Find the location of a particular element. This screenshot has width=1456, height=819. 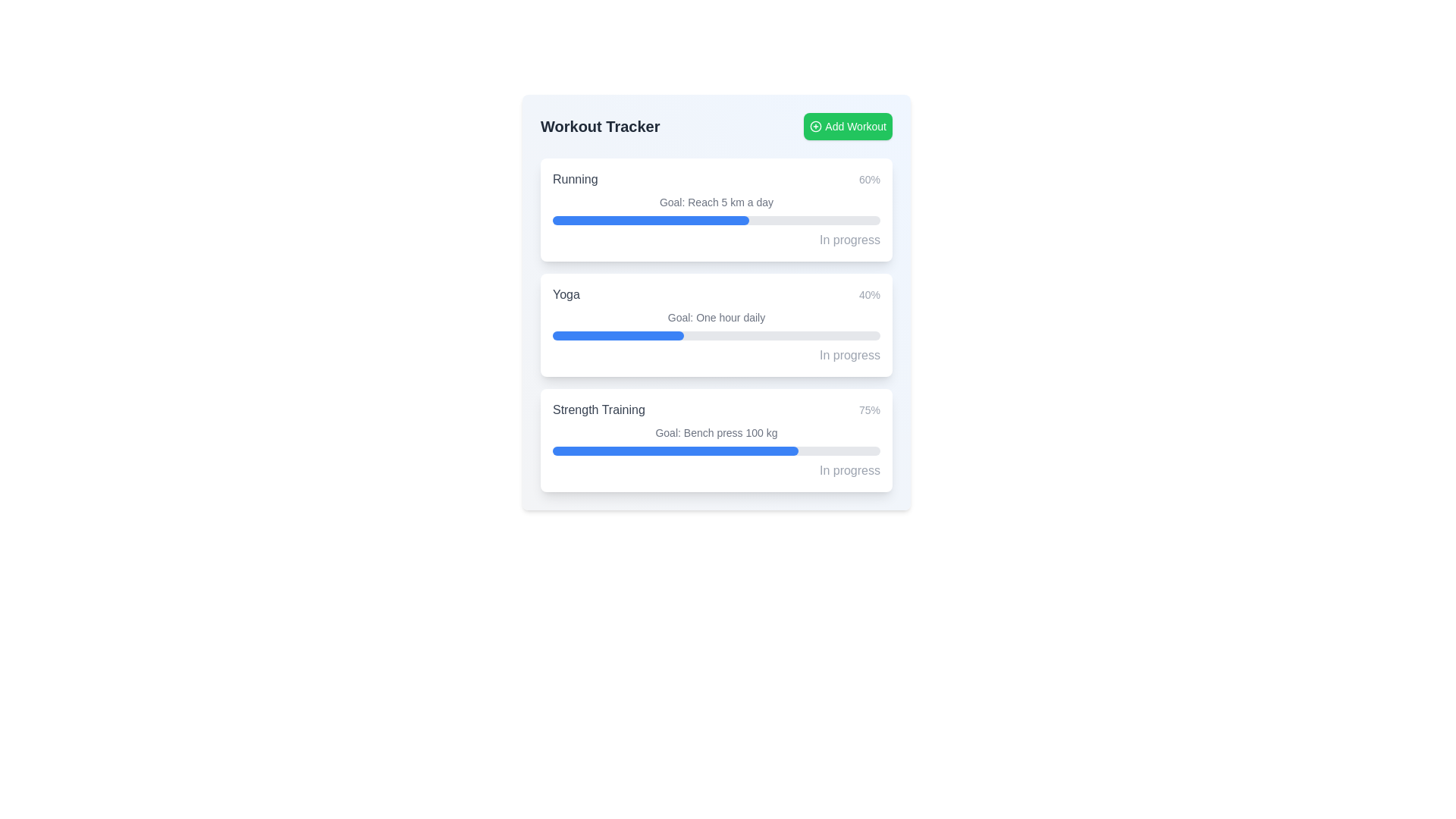

the Text Label indicating the name or title of a workout category, located at the top-left corner of the second card in the workout tracker interface is located at coordinates (565, 295).